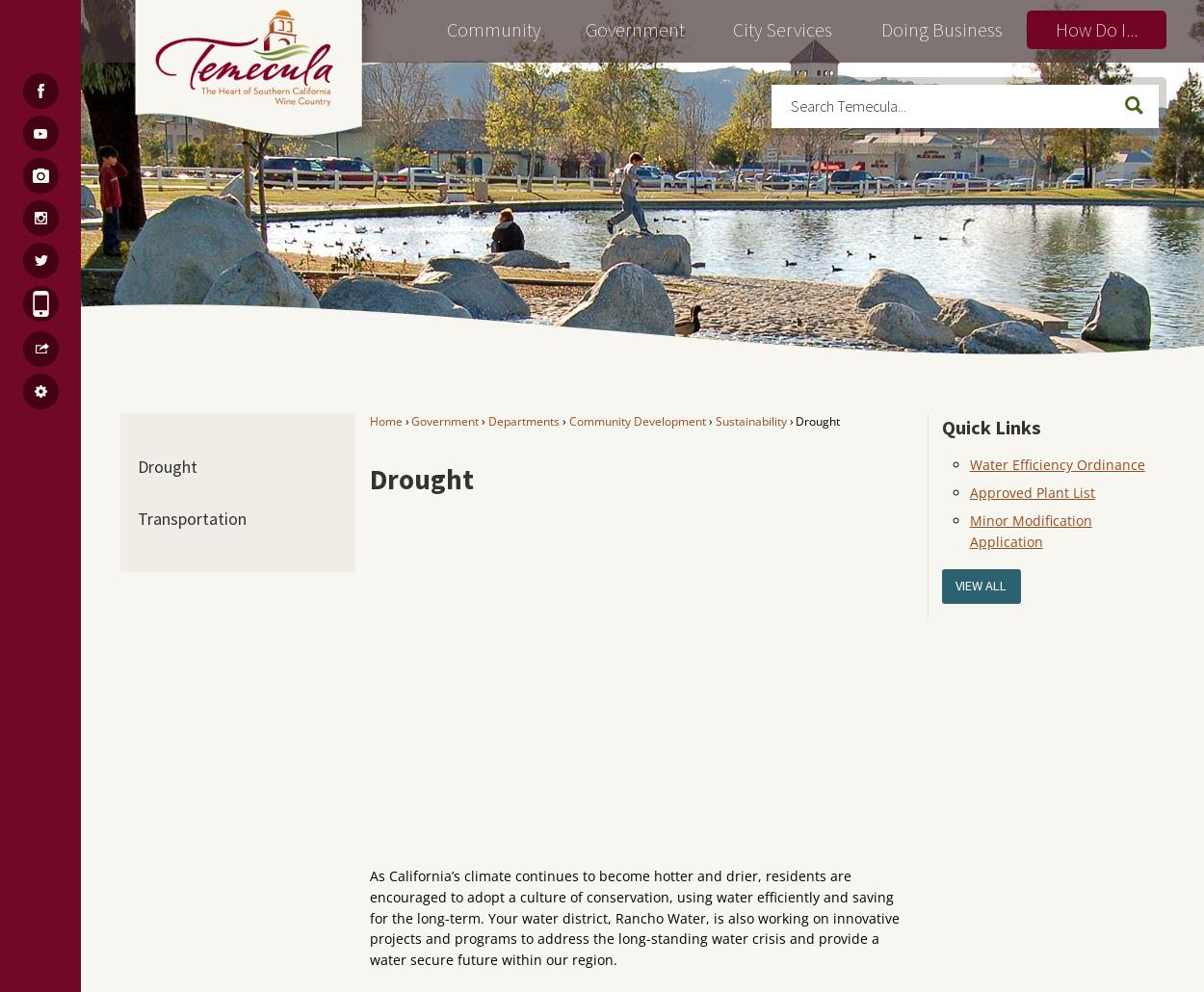  What do you see at coordinates (1031, 491) in the screenshot?
I see `'Approved Plant List'` at bounding box center [1031, 491].